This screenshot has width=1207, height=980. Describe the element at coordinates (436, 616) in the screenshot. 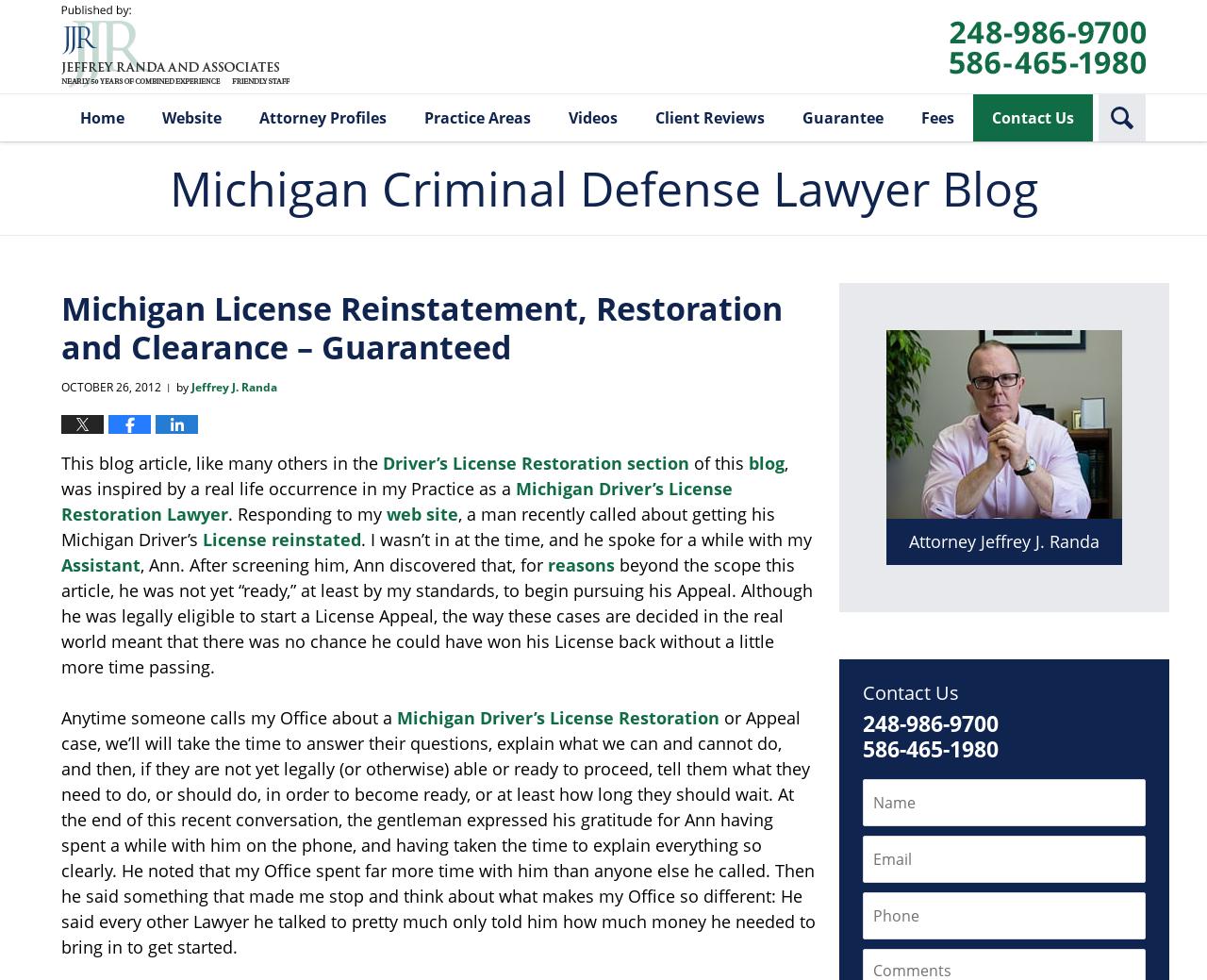

I see `'beyond the scope this article, he was not yet “ready,” at least by my standards, to begin pursuing his Appeal.  Although he was legally eligible to start a License Appeal, the way these cases are decided in the real world meant that there was no chance he could have won his License back without a little more time passing.'` at that location.